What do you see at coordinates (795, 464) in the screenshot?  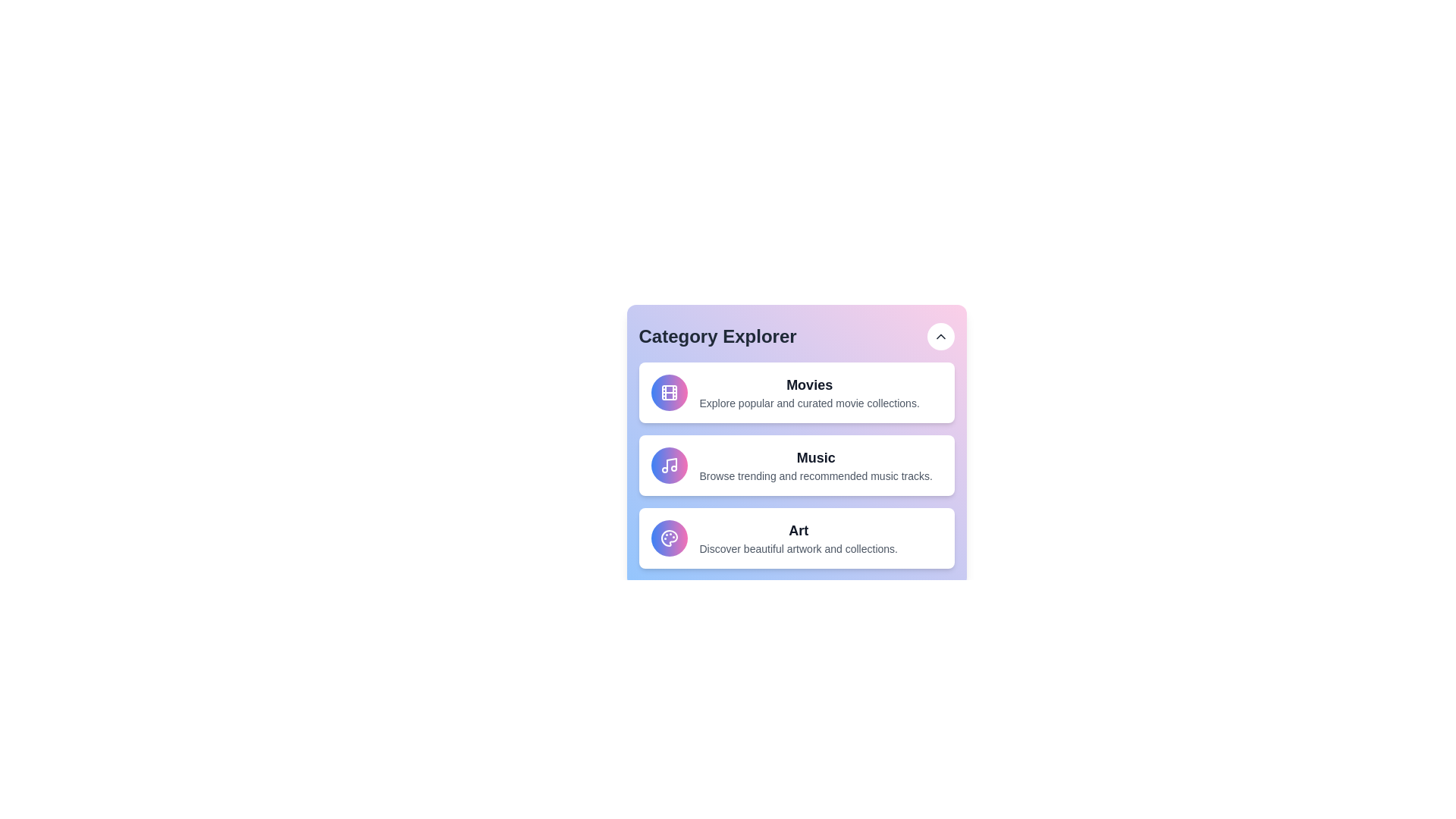 I see `the Music category list item` at bounding box center [795, 464].